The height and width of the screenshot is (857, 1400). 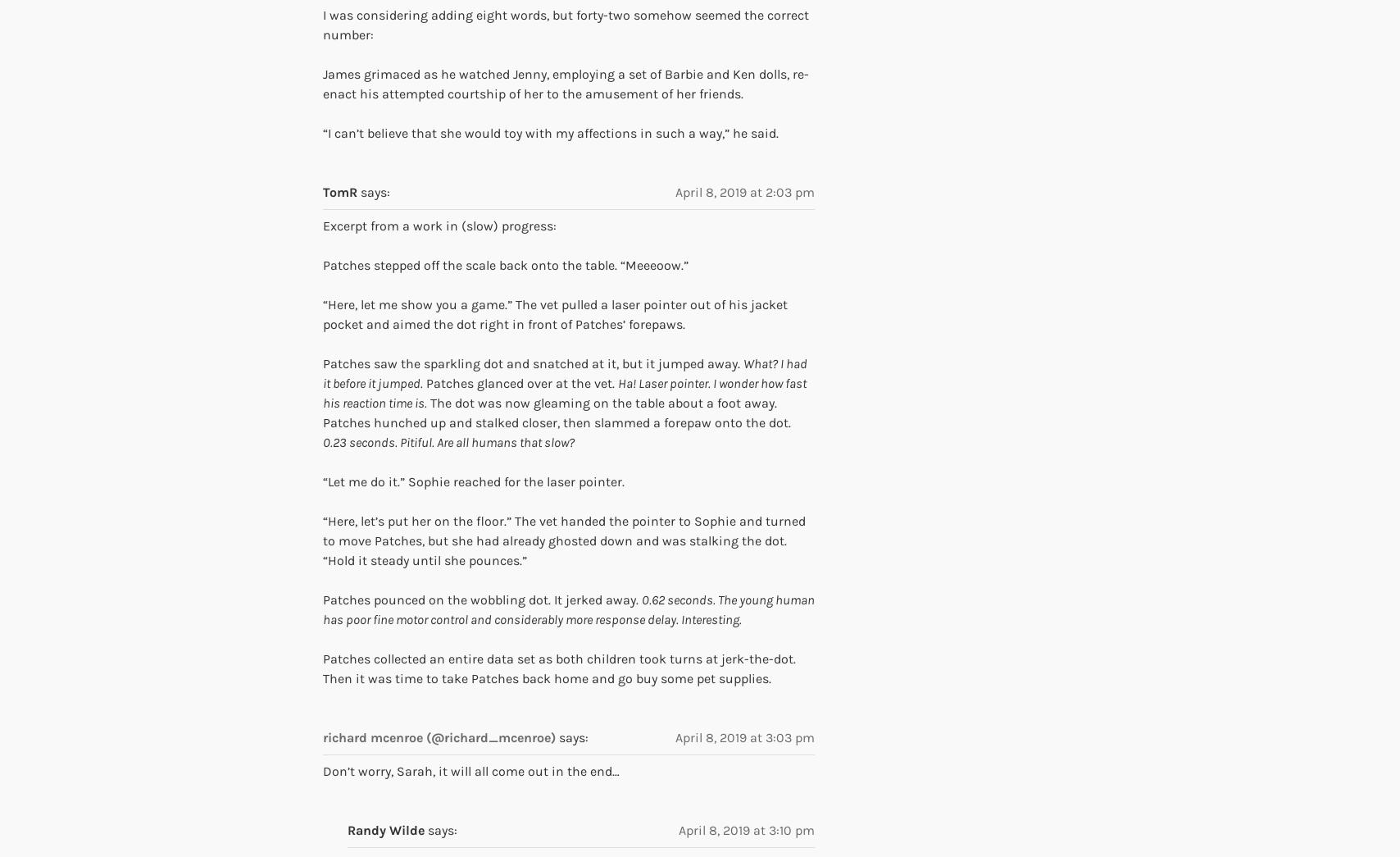 I want to click on 'The dot was now gleaming on the table about a foot away. Patches hunched up and stalked closer, then slammed a forepaw onto the dot.', so click(x=557, y=411).